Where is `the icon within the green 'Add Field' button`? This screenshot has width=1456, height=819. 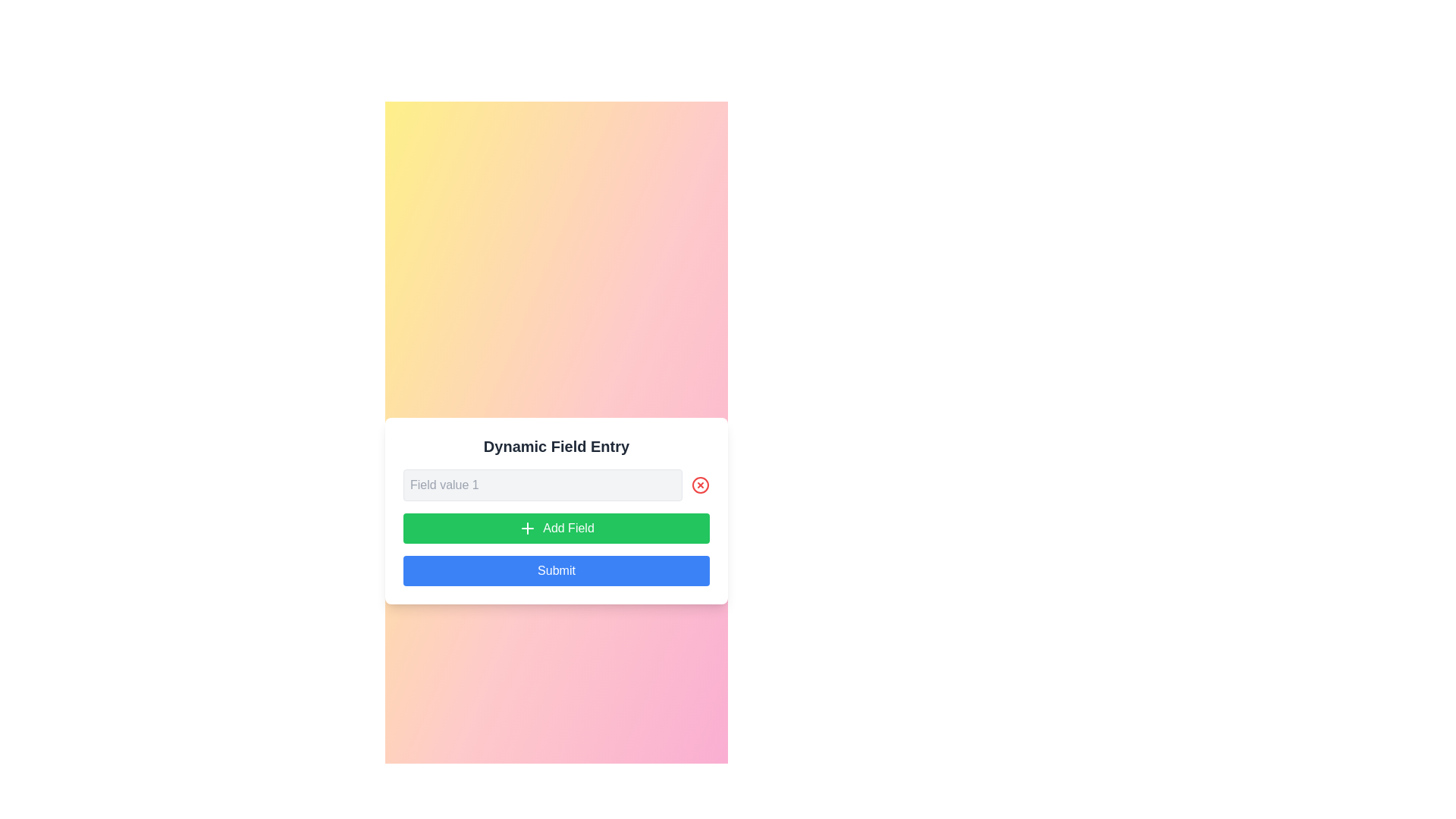 the icon within the green 'Add Field' button is located at coordinates (528, 528).